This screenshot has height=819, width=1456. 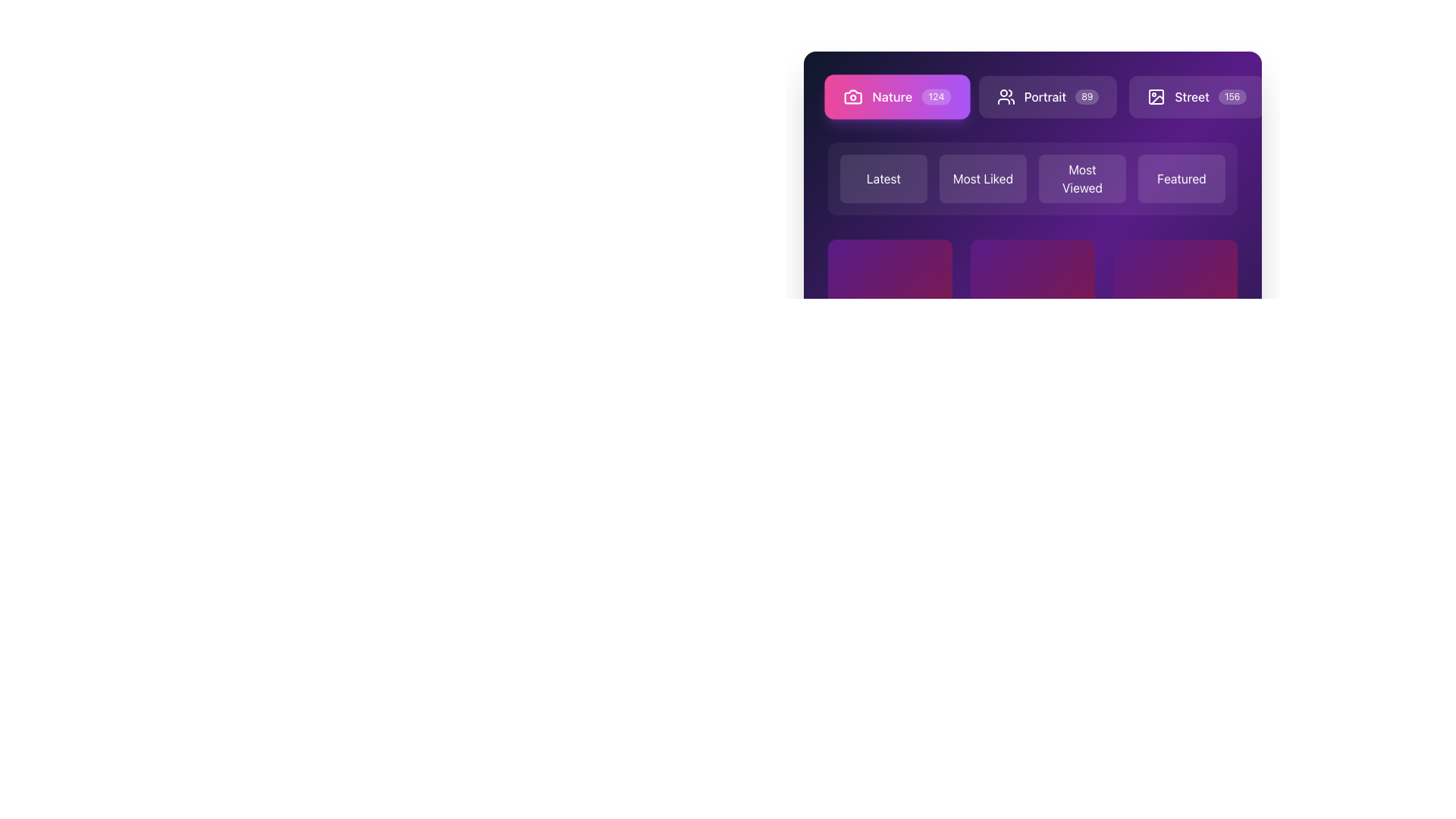 I want to click on the third button from the left in the horizontal button group to filter the displayed content by 'Most Viewed', so click(x=1032, y=166).